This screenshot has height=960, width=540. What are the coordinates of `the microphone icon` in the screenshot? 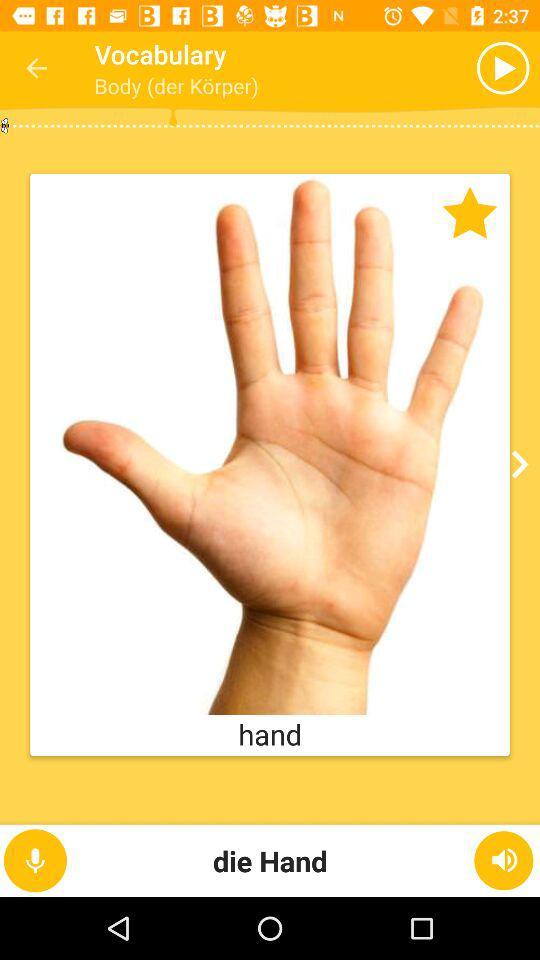 It's located at (35, 859).